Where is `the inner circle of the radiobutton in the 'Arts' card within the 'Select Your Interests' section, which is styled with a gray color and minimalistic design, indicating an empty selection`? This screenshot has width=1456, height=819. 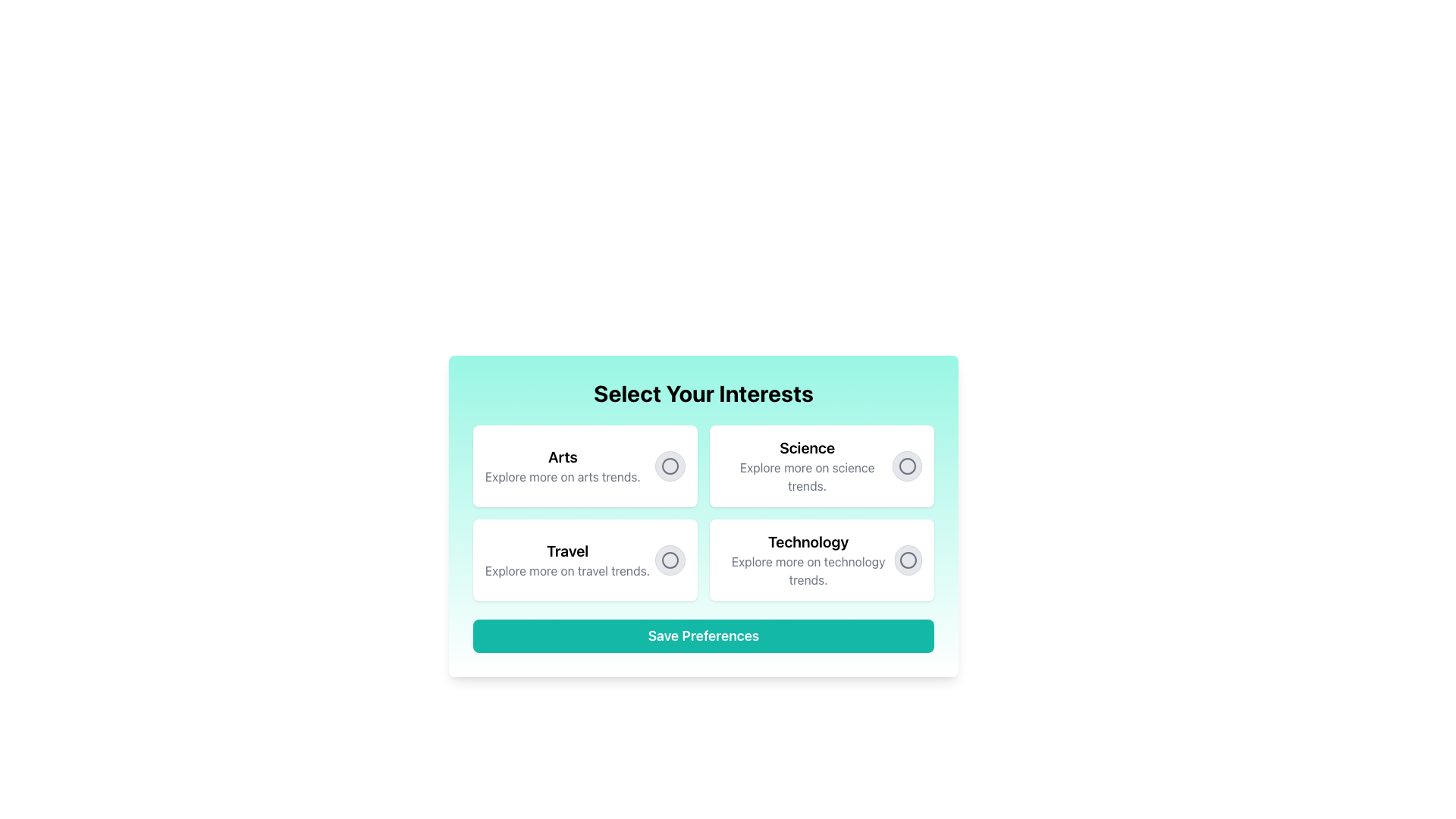
the inner circle of the radiobutton in the 'Arts' card within the 'Select Your Interests' section, which is styled with a gray color and minimalistic design, indicating an empty selection is located at coordinates (669, 465).